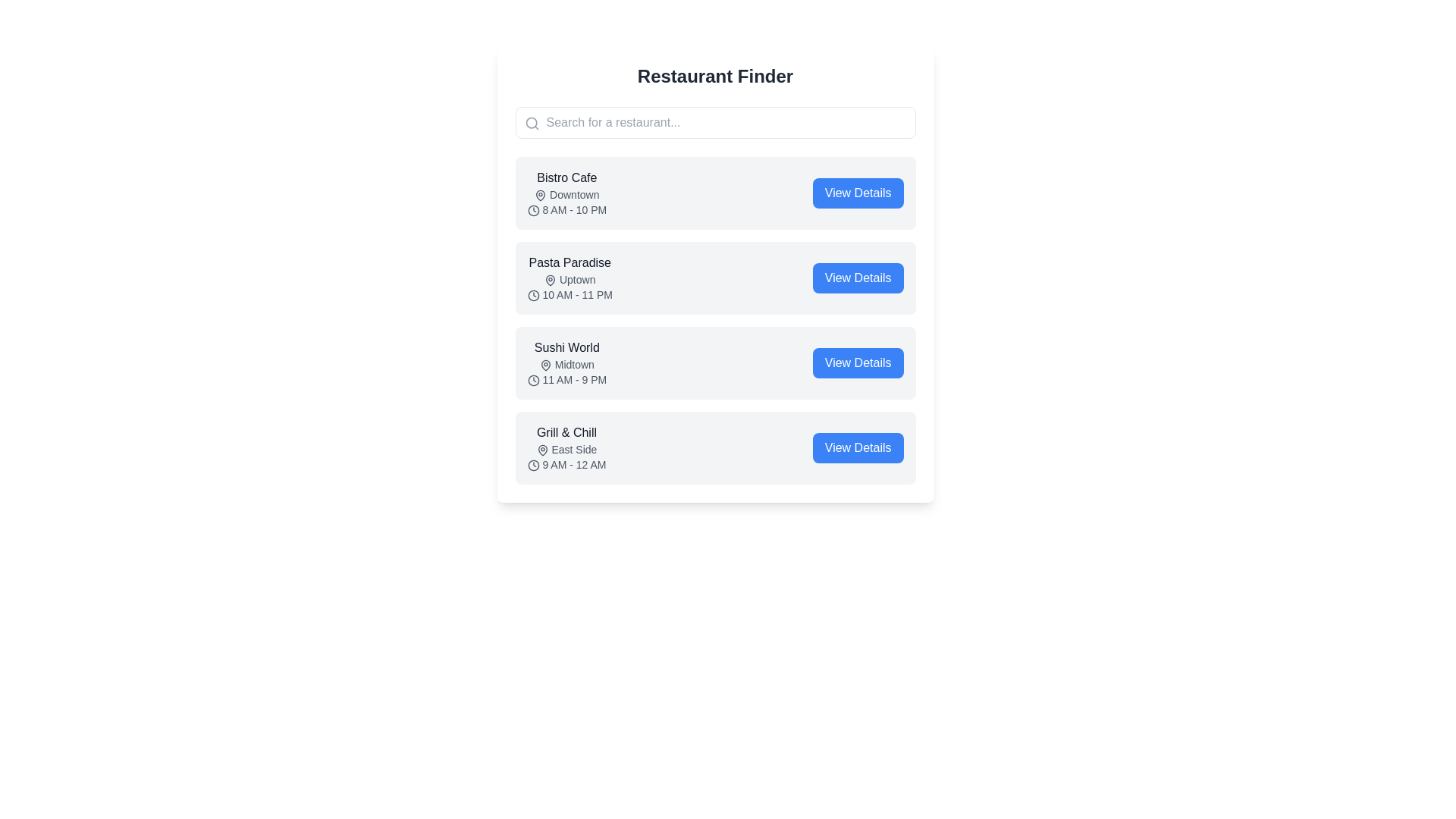  What do you see at coordinates (533, 211) in the screenshot?
I see `the clock icon located to the left of the '8 AM - 10 PM' text in the Bistro Cafe entry of the Restaurant Finder interface` at bounding box center [533, 211].